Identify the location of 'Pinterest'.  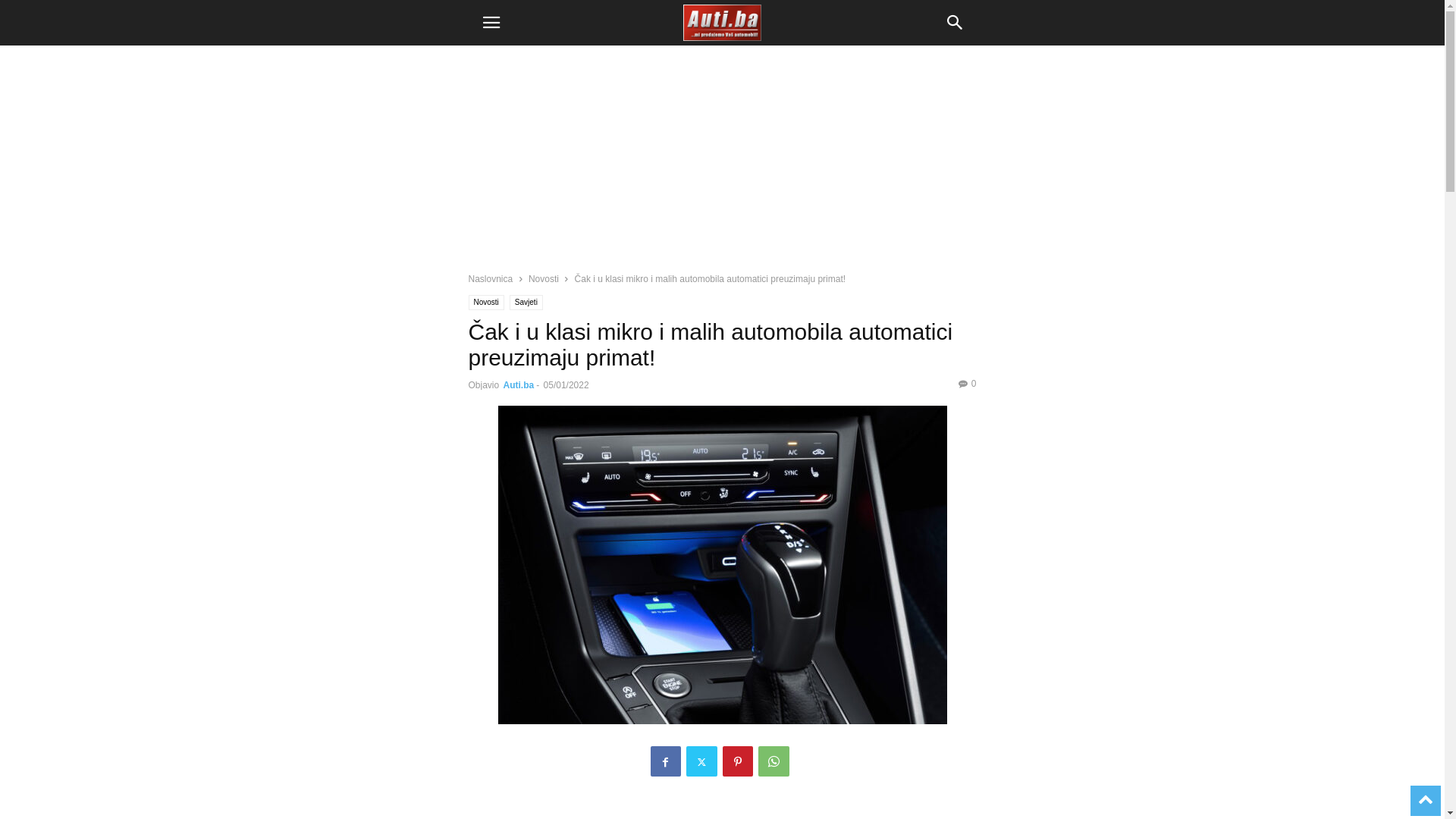
(720, 761).